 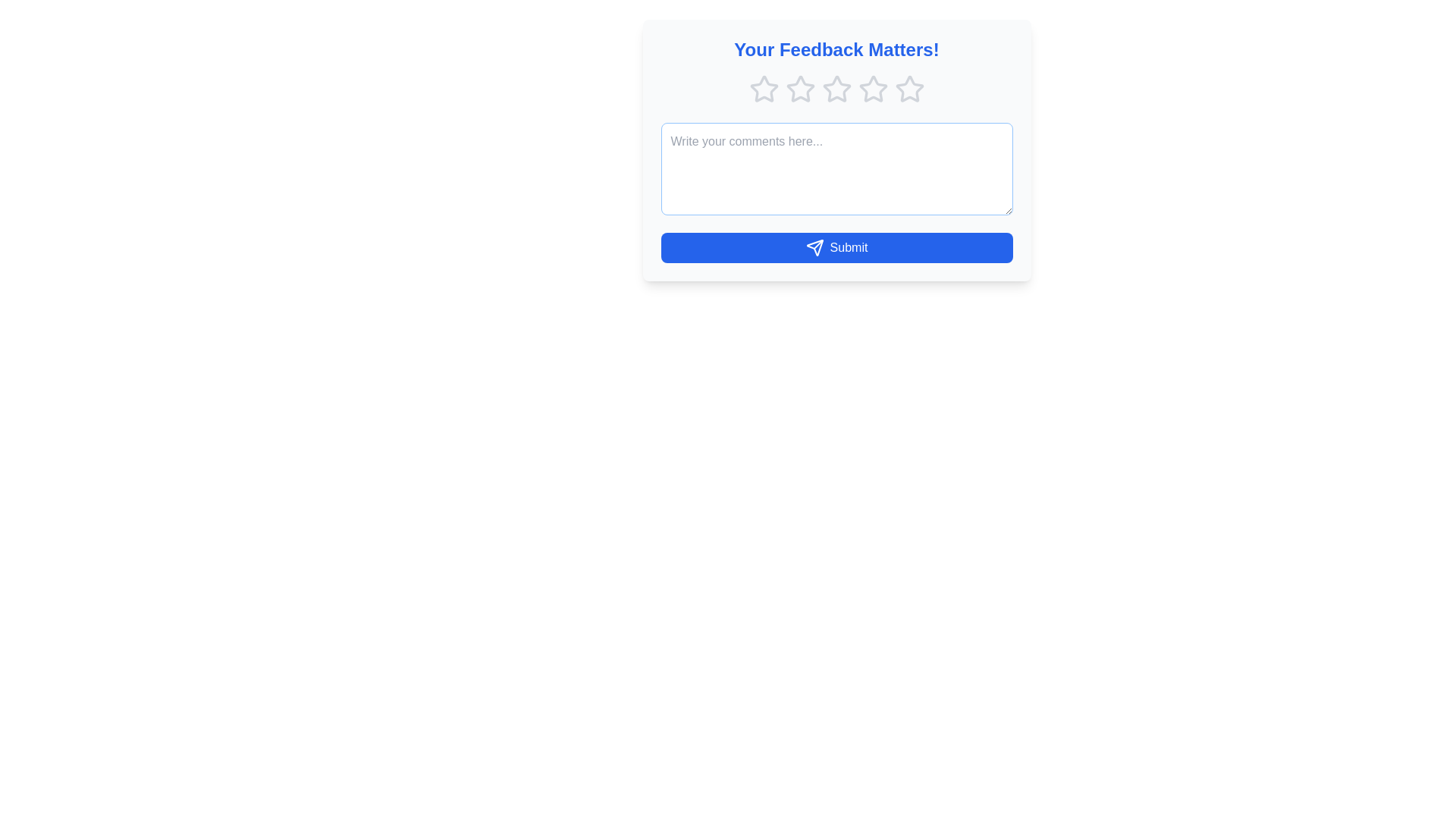 I want to click on the first rating star icon located below the text 'Your Feedback Matters!', so click(x=764, y=89).